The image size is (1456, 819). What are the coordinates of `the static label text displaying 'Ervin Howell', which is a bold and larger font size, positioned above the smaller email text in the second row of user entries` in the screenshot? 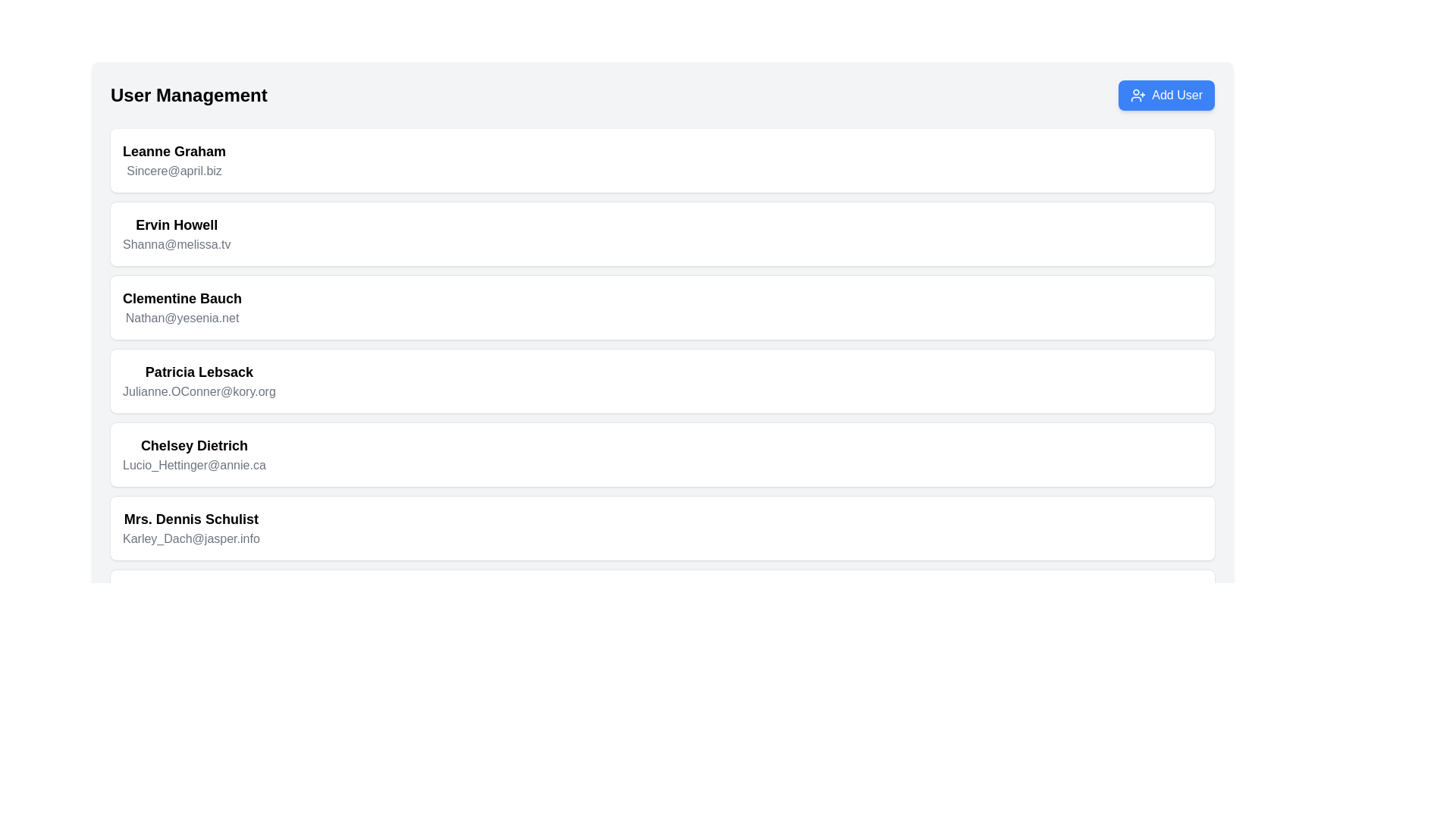 It's located at (177, 225).